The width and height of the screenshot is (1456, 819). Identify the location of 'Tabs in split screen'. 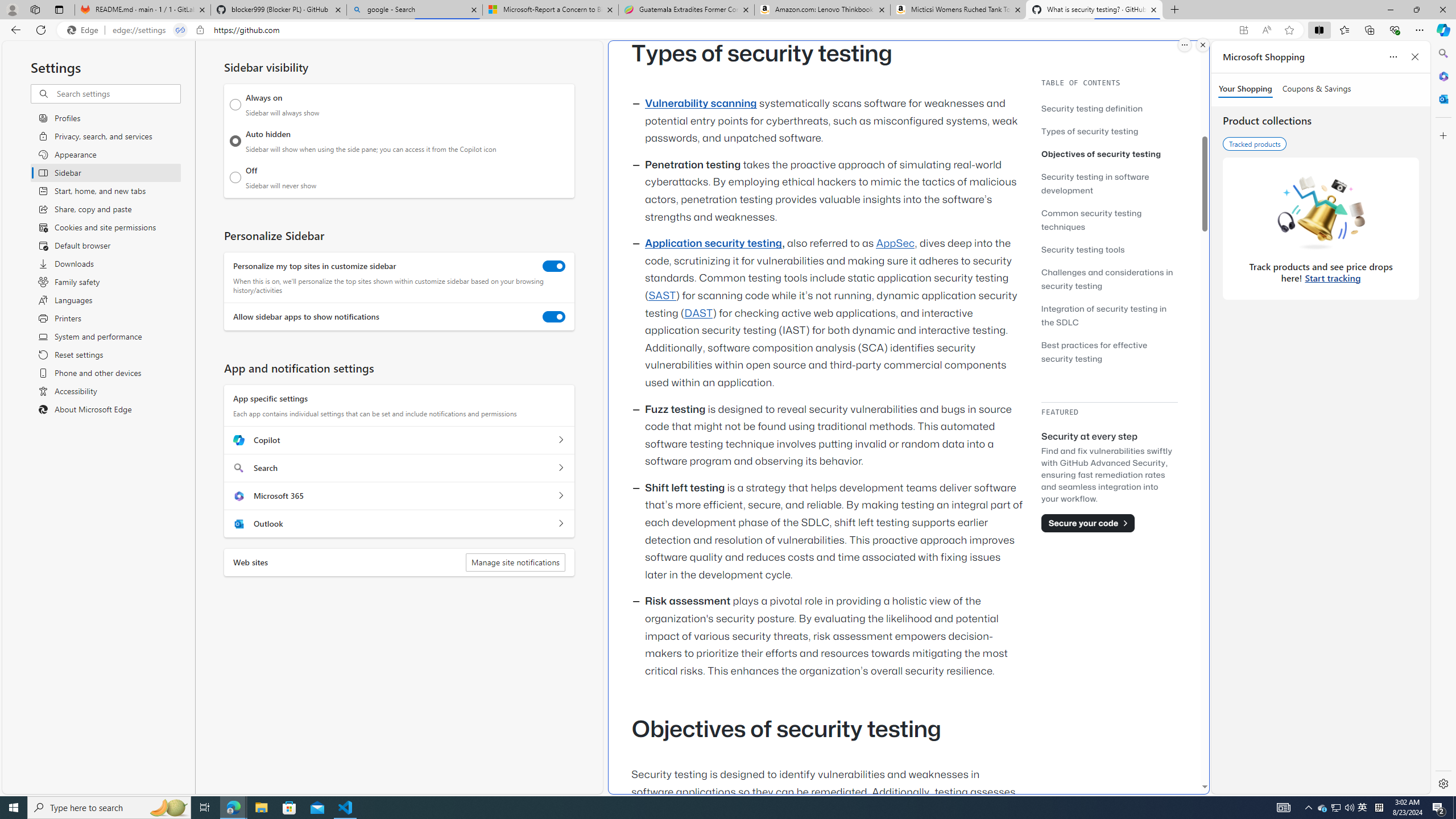
(180, 30).